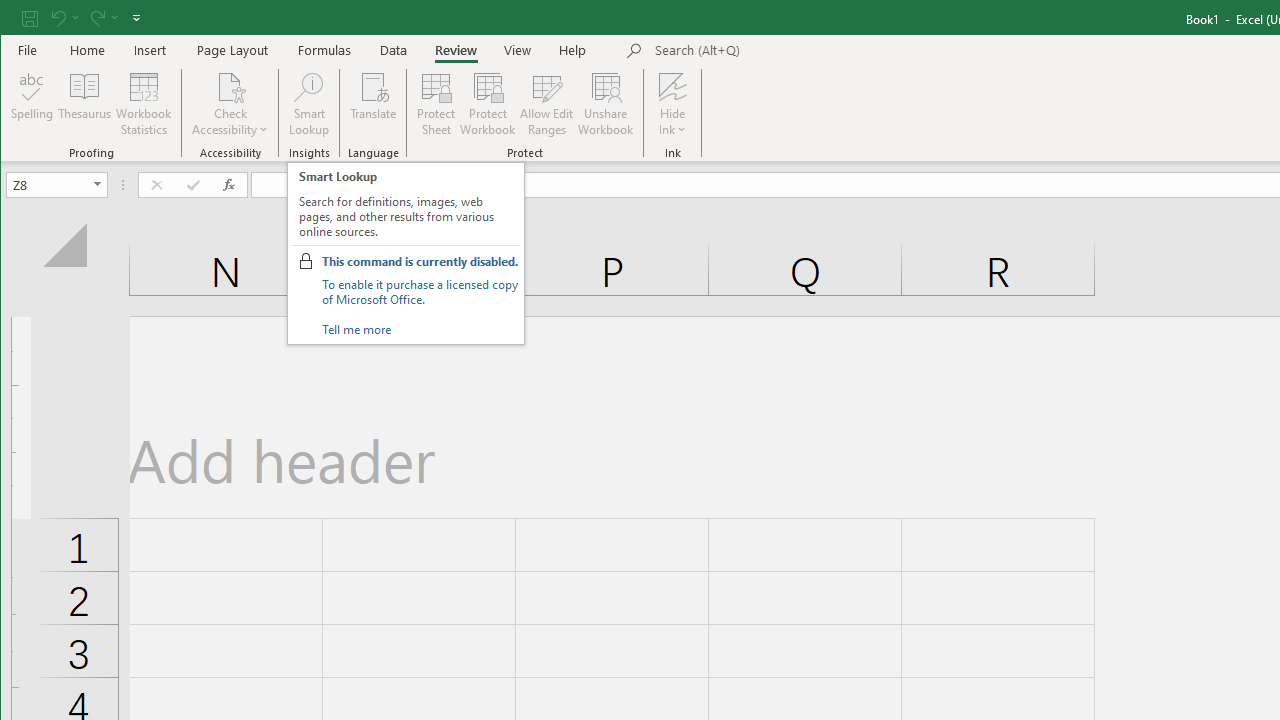  What do you see at coordinates (143, 104) in the screenshot?
I see `'Workbook Statistics'` at bounding box center [143, 104].